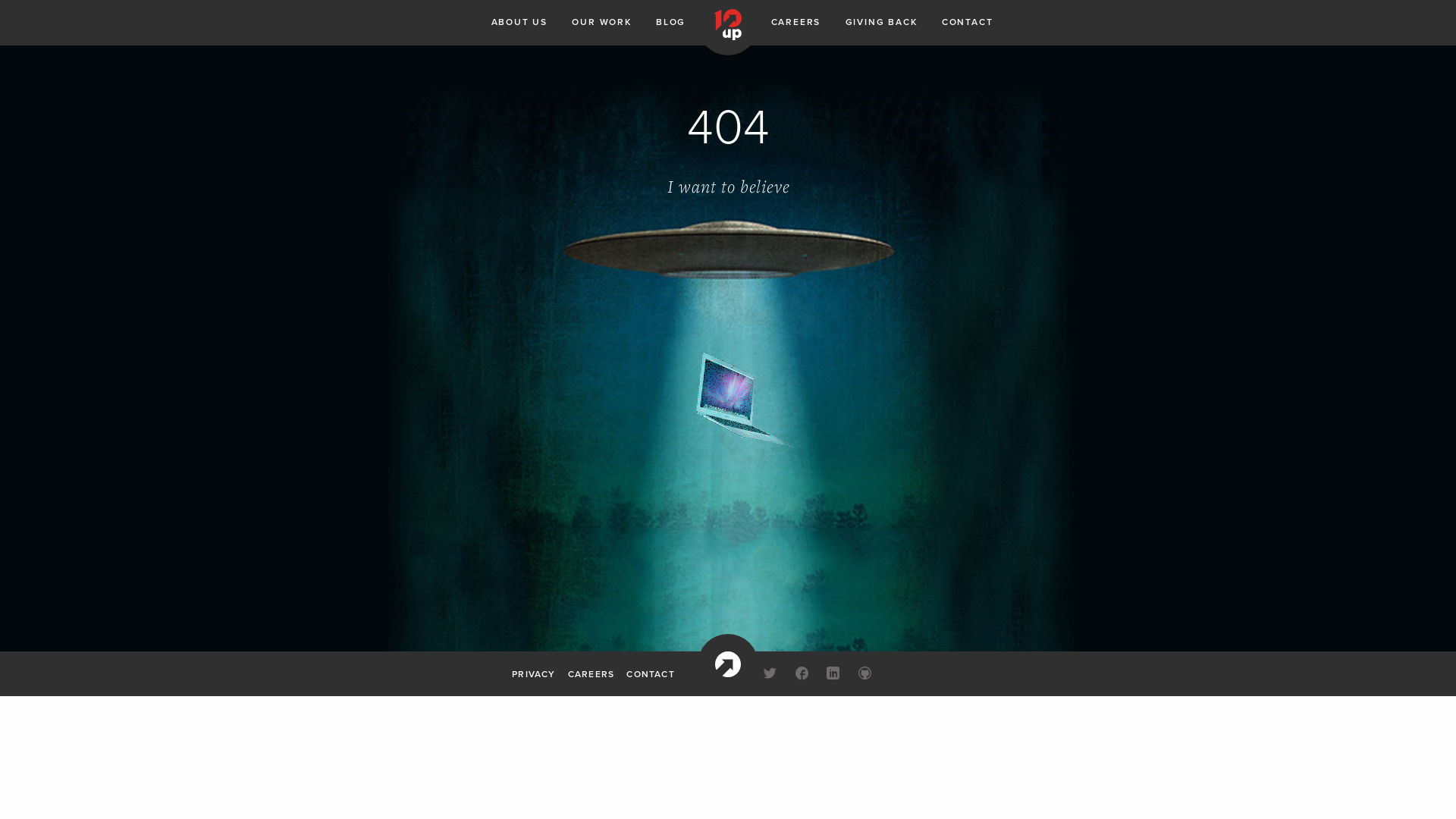 The height and width of the screenshot is (819, 1456). What do you see at coordinates (852, 674) in the screenshot?
I see `'GITHUB'` at bounding box center [852, 674].